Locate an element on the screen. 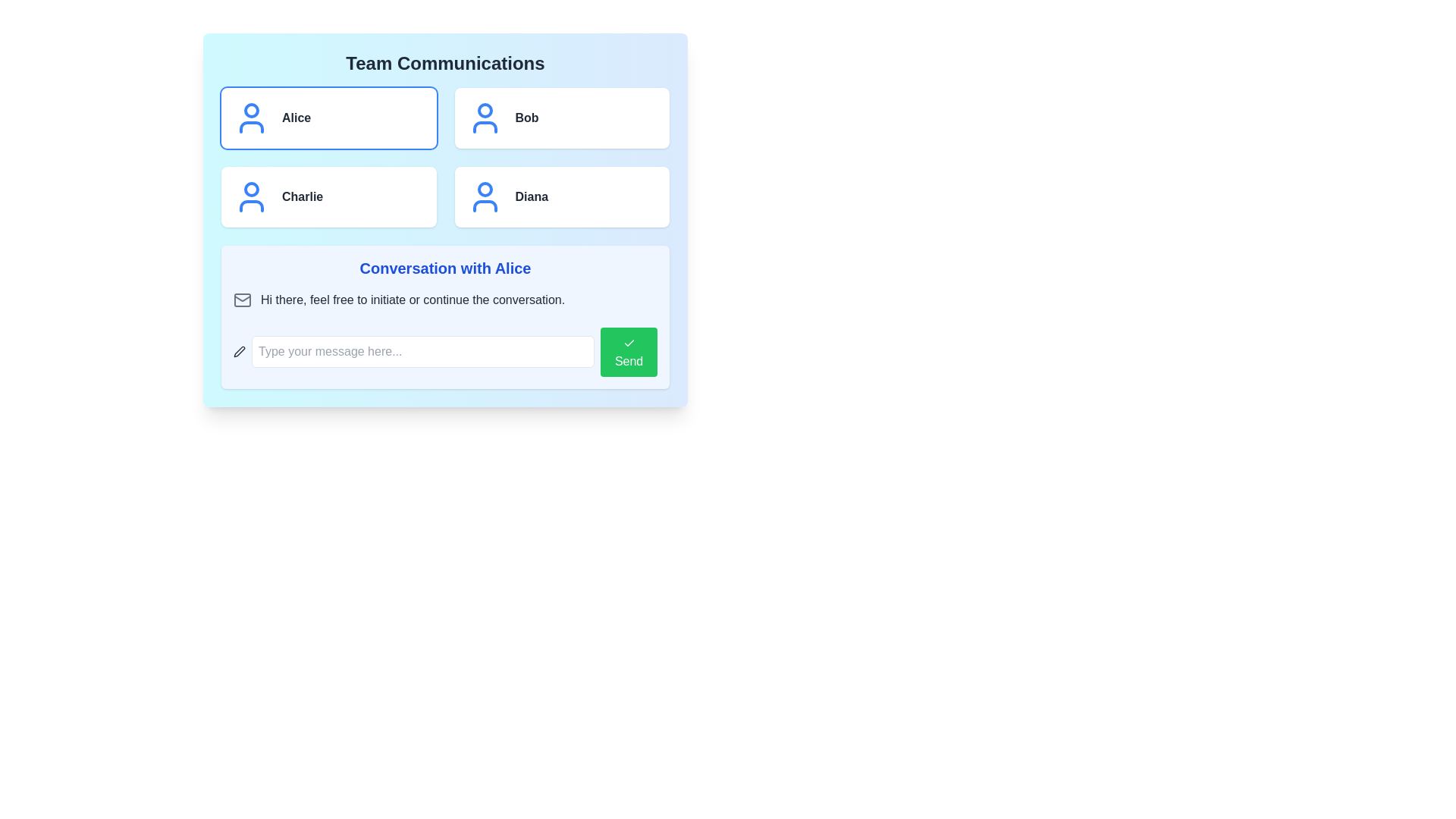 Image resolution: width=1456 pixels, height=819 pixels. the user avatar icon representing Diana, located in the lower right corner of the user elements grid is located at coordinates (484, 196).